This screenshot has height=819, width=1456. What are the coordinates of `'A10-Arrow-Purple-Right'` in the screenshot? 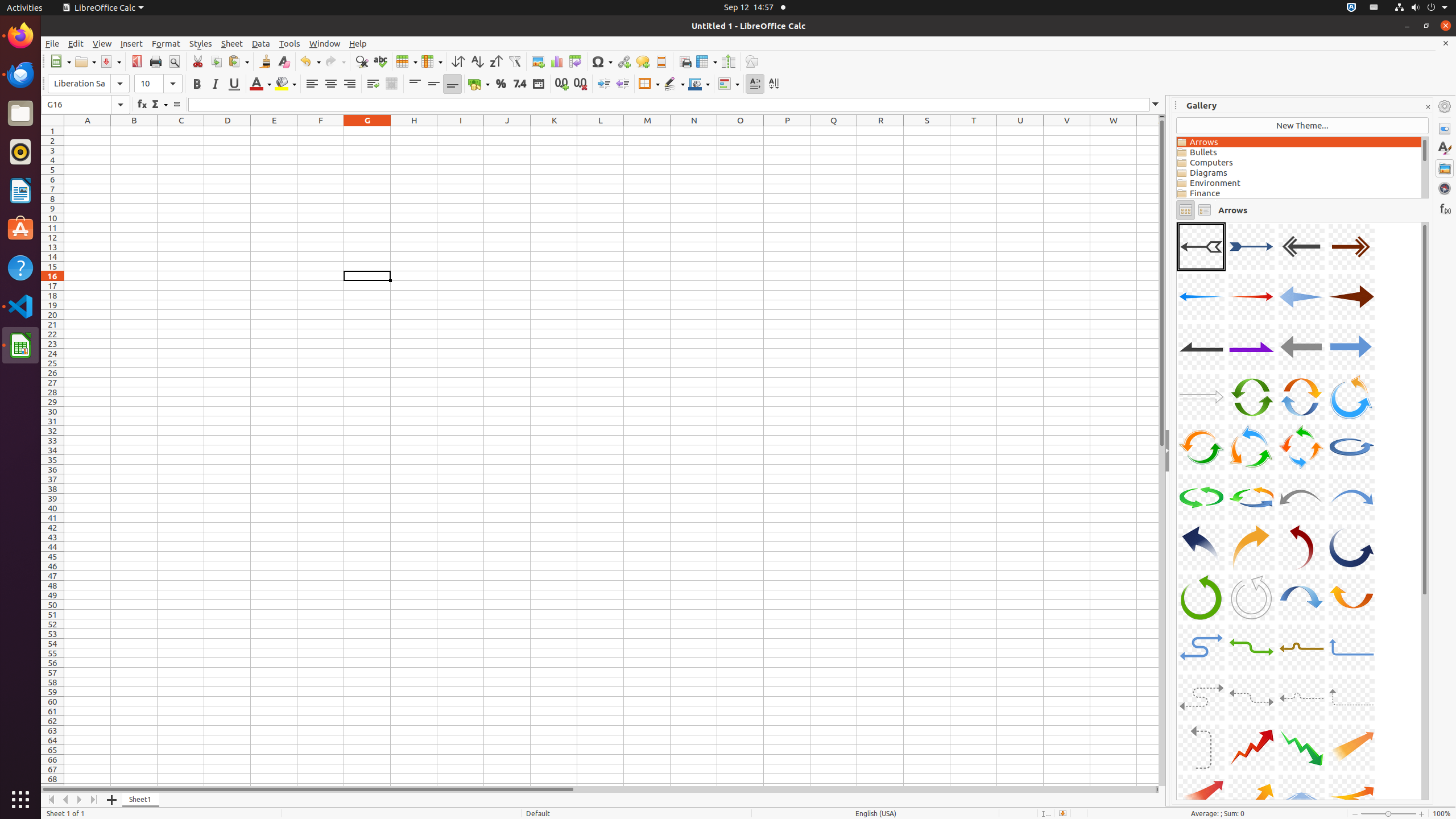 It's located at (1251, 346).